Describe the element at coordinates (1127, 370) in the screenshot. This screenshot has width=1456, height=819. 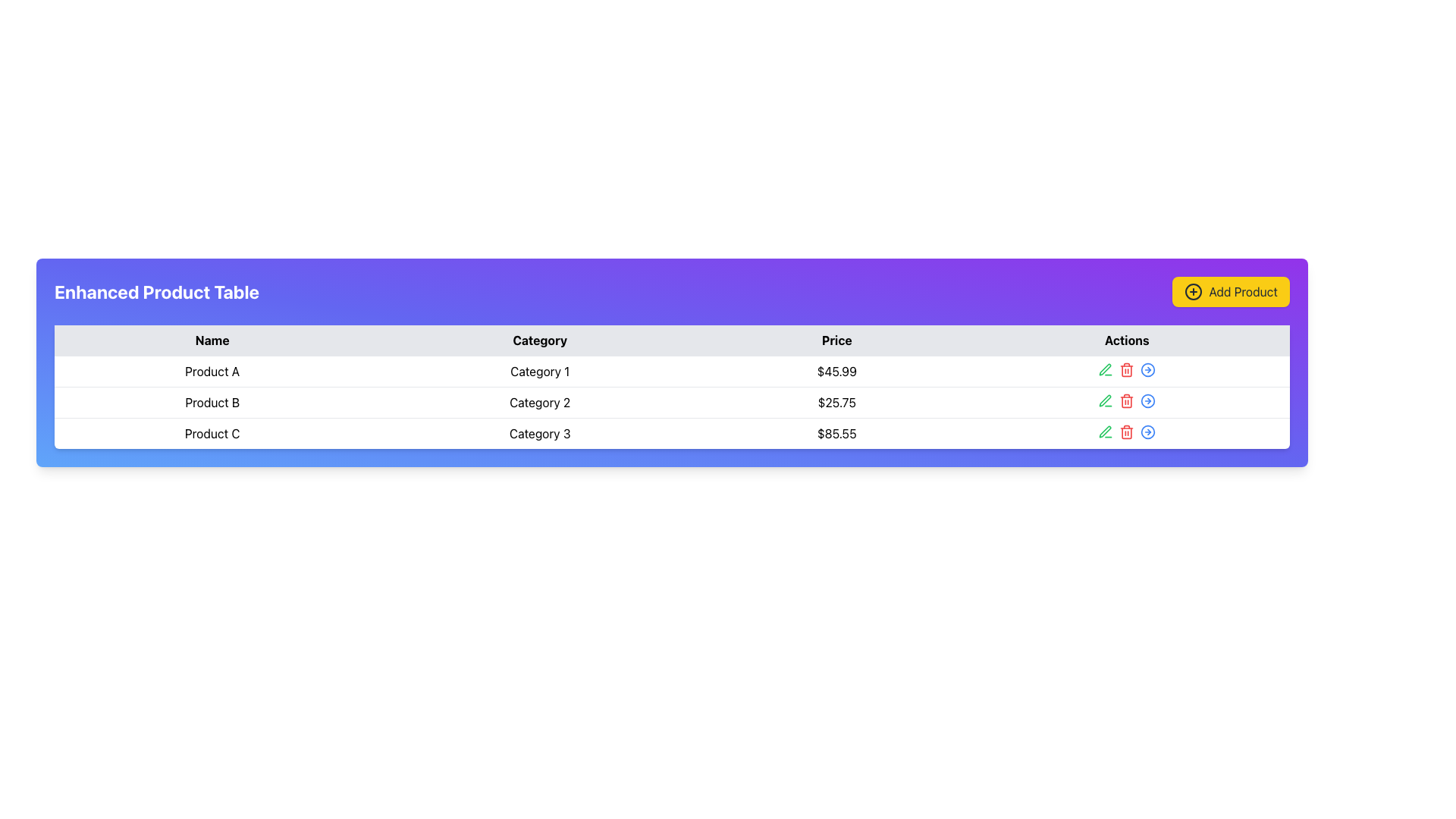
I see `the delete button icon located in the 'Actions' column, which is the second icon to the right of the green edit icon and to the left of the blue view icon` at that location.